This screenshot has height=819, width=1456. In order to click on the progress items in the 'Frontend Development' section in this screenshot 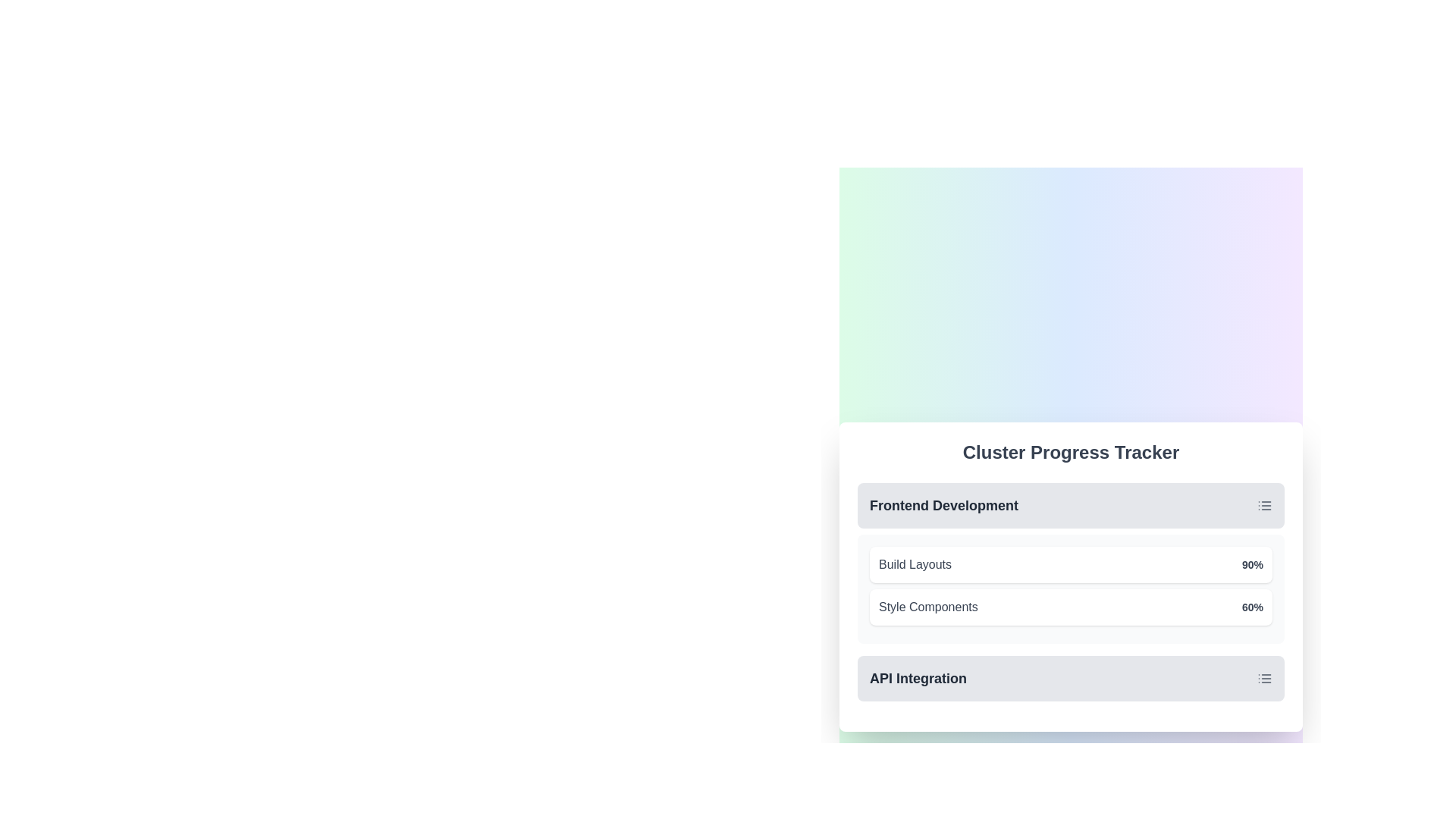, I will do `click(1070, 563)`.